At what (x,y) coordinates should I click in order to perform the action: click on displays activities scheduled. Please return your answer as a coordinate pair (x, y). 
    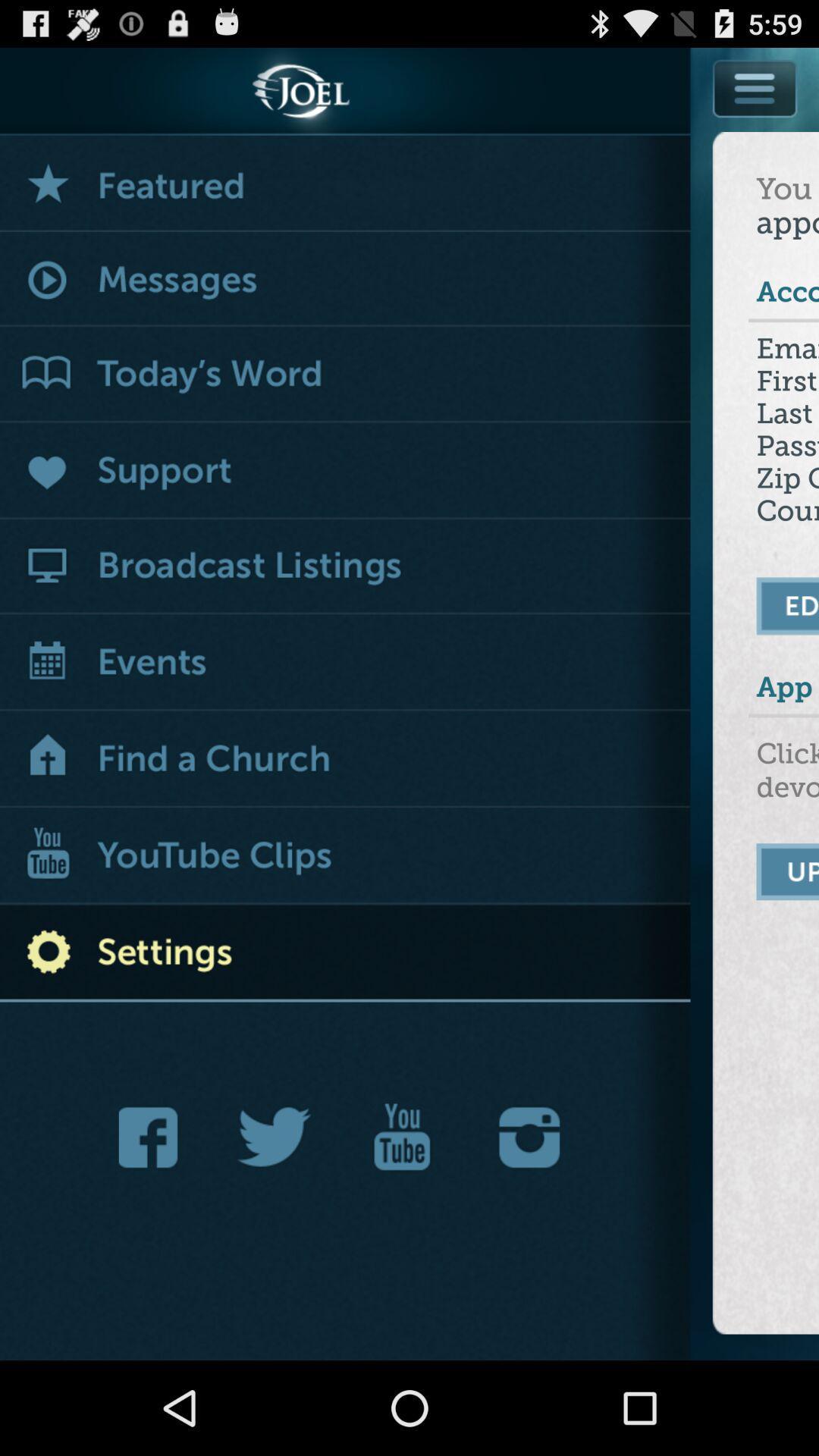
    Looking at the image, I should click on (345, 664).